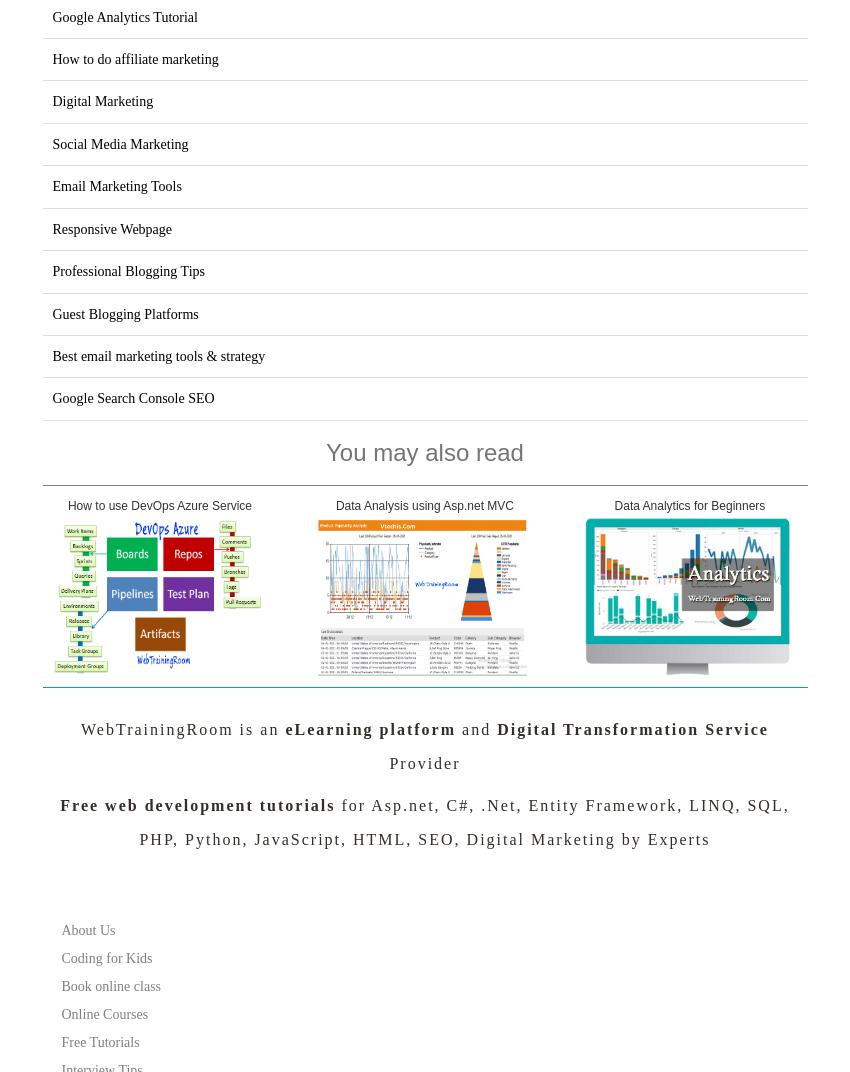 The image size is (850, 1072). What do you see at coordinates (159, 505) in the screenshot?
I see `'How to use DevOps Azure Service'` at bounding box center [159, 505].